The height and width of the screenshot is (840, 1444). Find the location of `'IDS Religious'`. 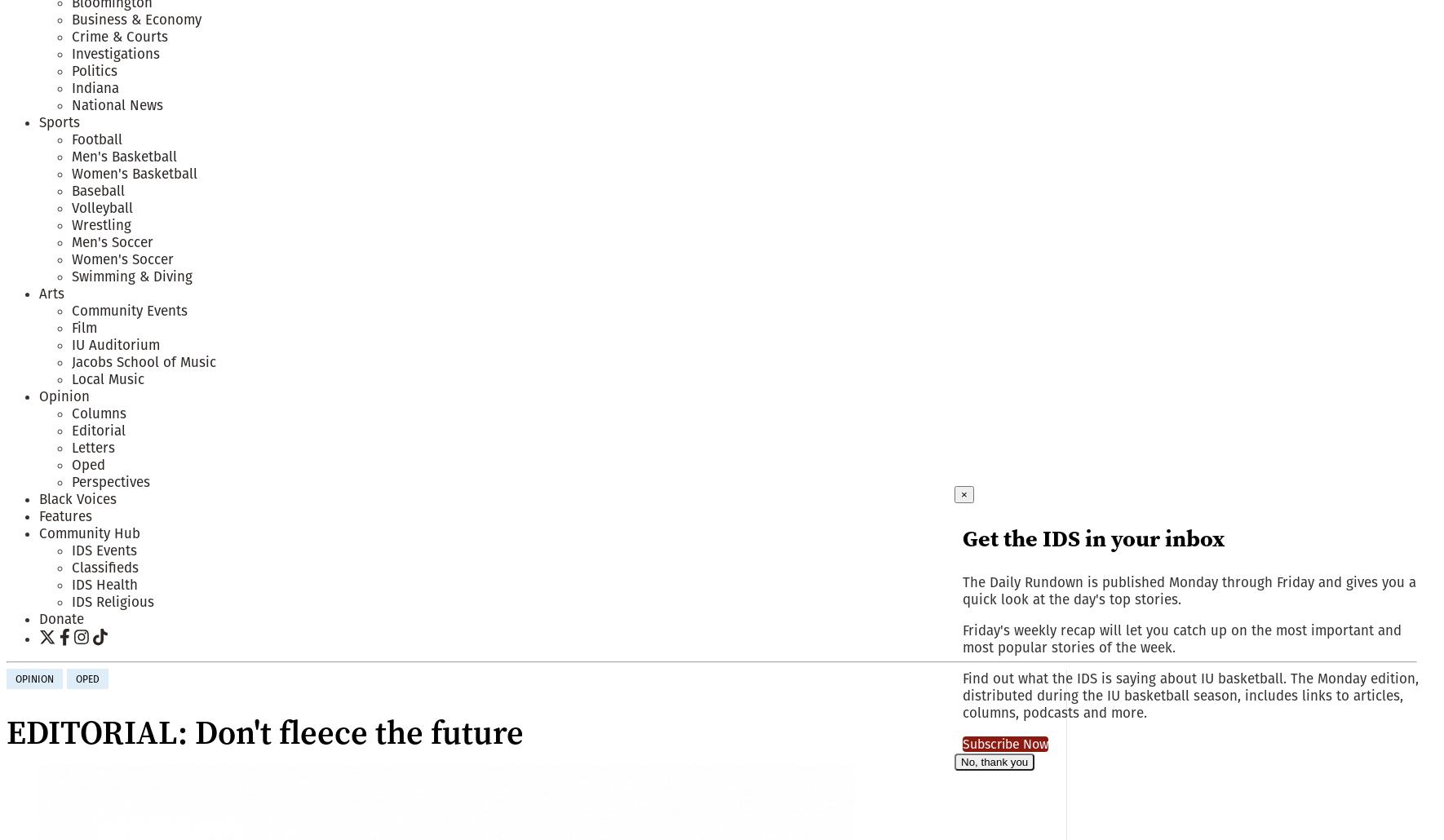

'IDS Religious' is located at coordinates (112, 601).